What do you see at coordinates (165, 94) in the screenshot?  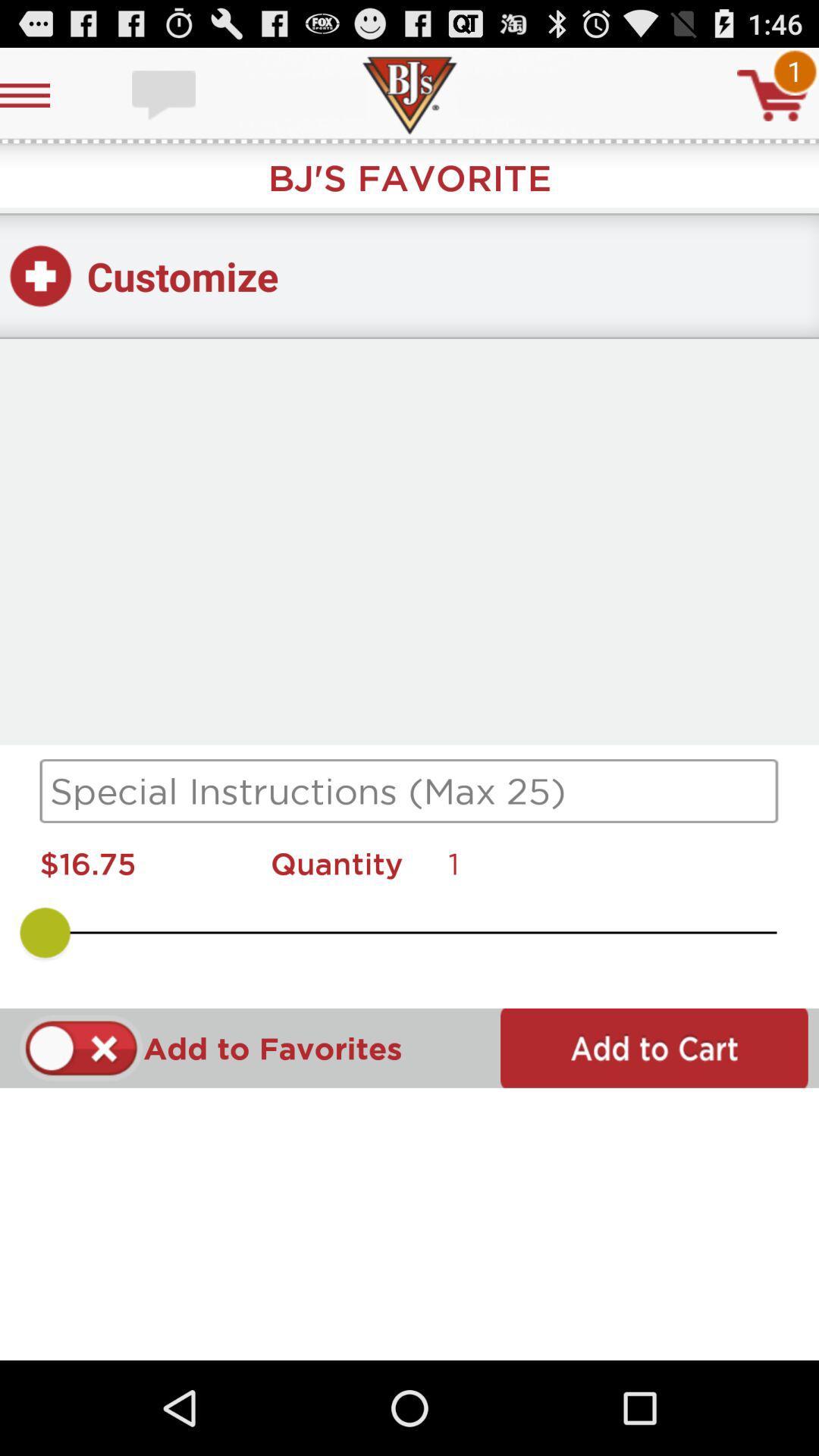 I see `messenger option` at bounding box center [165, 94].